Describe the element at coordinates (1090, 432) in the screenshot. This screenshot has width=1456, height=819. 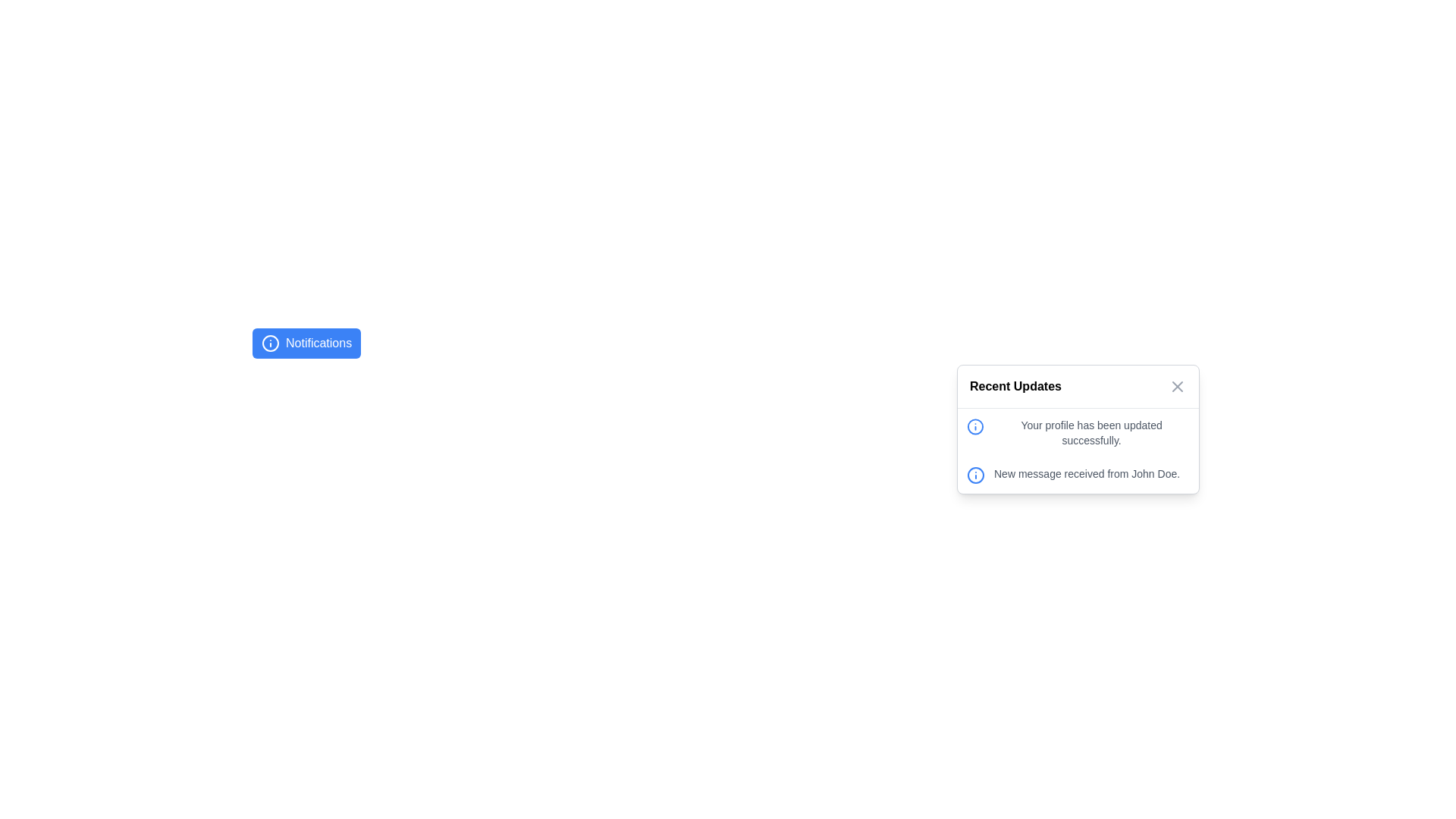
I see `information from the text element that informs the user about a successful profile update, located in the 'Recent Updates' section, next to a blue information icon` at that location.